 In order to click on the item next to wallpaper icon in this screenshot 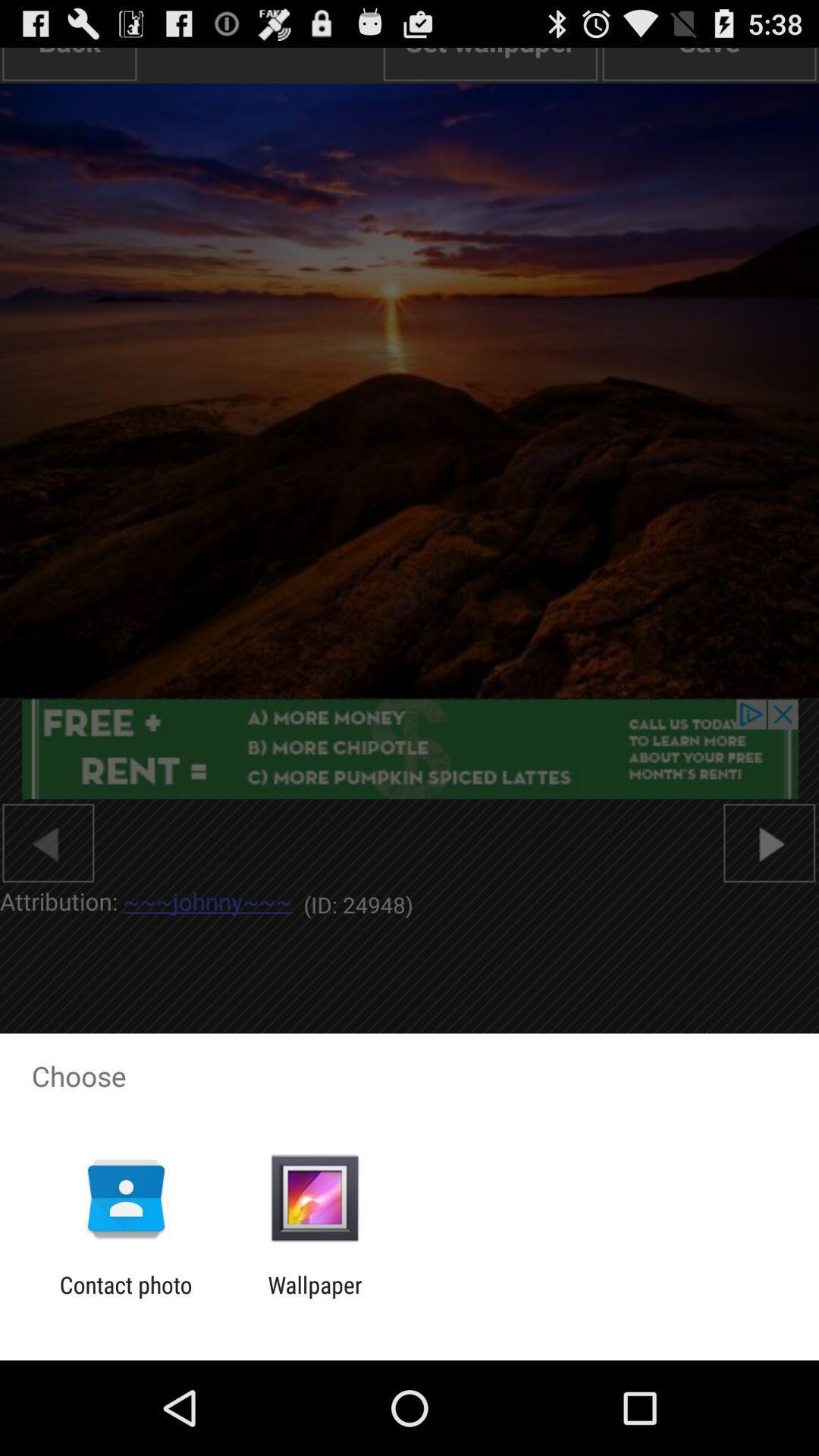, I will do `click(125, 1298)`.